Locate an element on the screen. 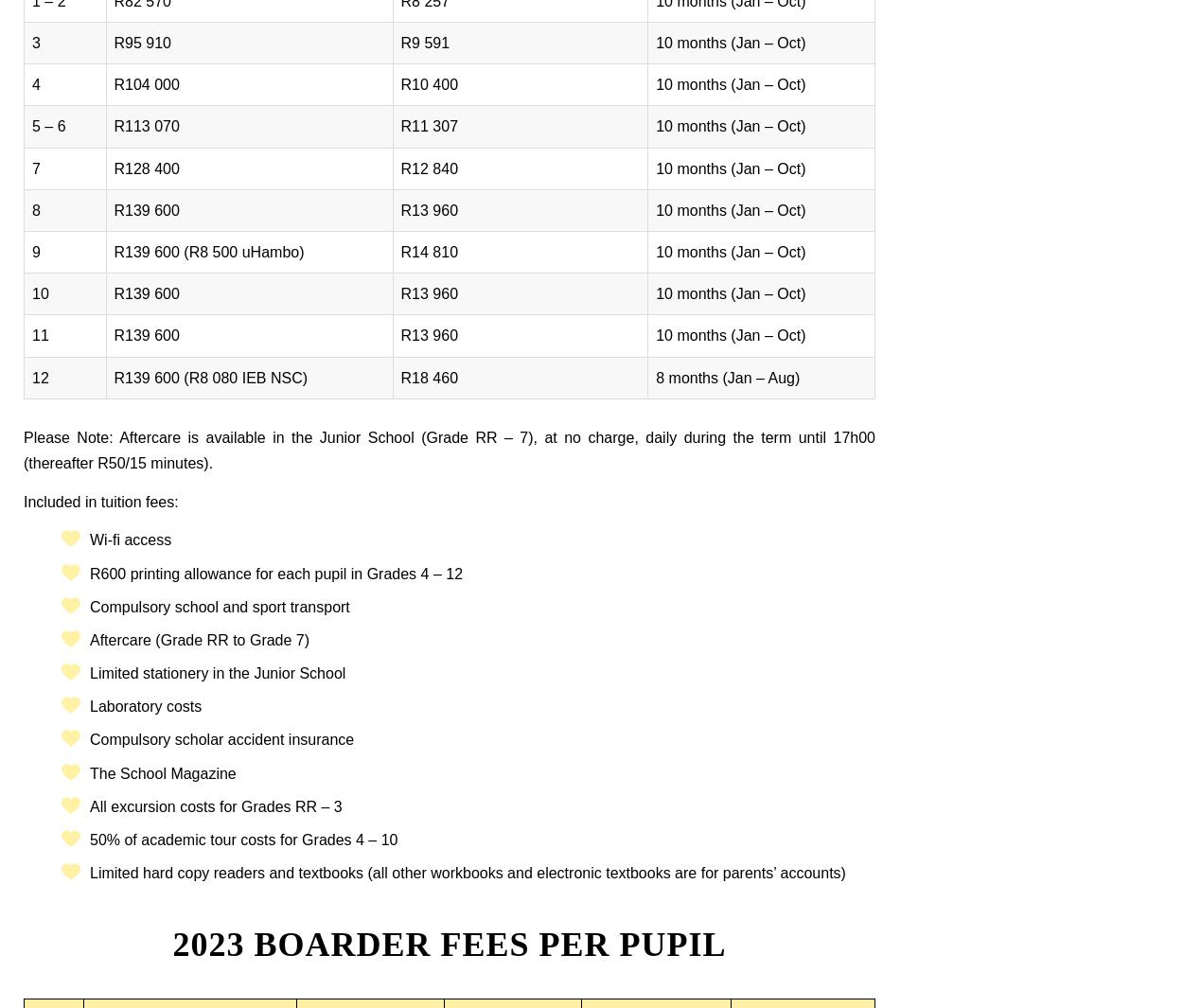 The height and width of the screenshot is (1008, 1183). '4' is located at coordinates (36, 83).